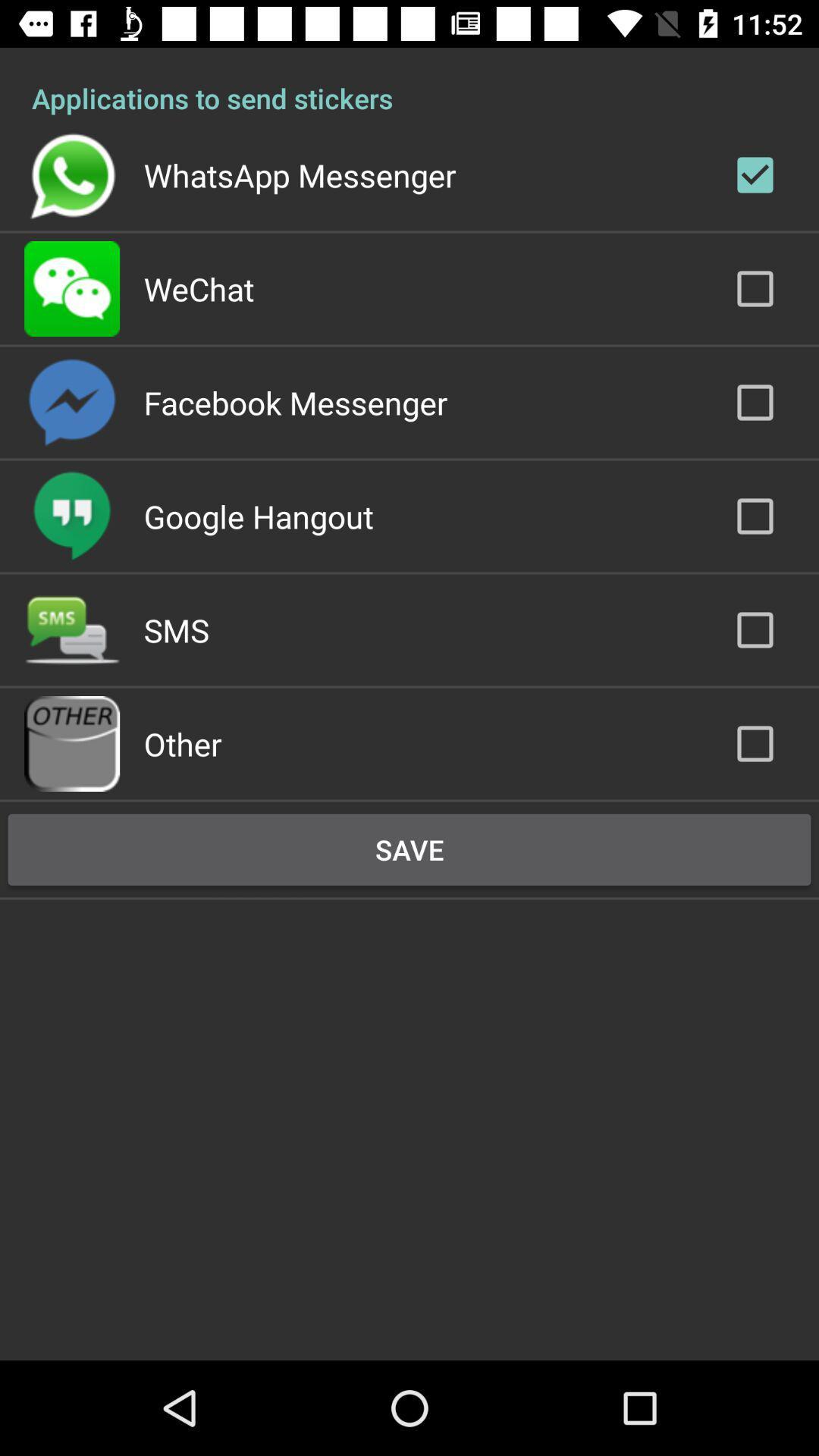 This screenshot has height=1456, width=819. Describe the element at coordinates (175, 629) in the screenshot. I see `sms app` at that location.